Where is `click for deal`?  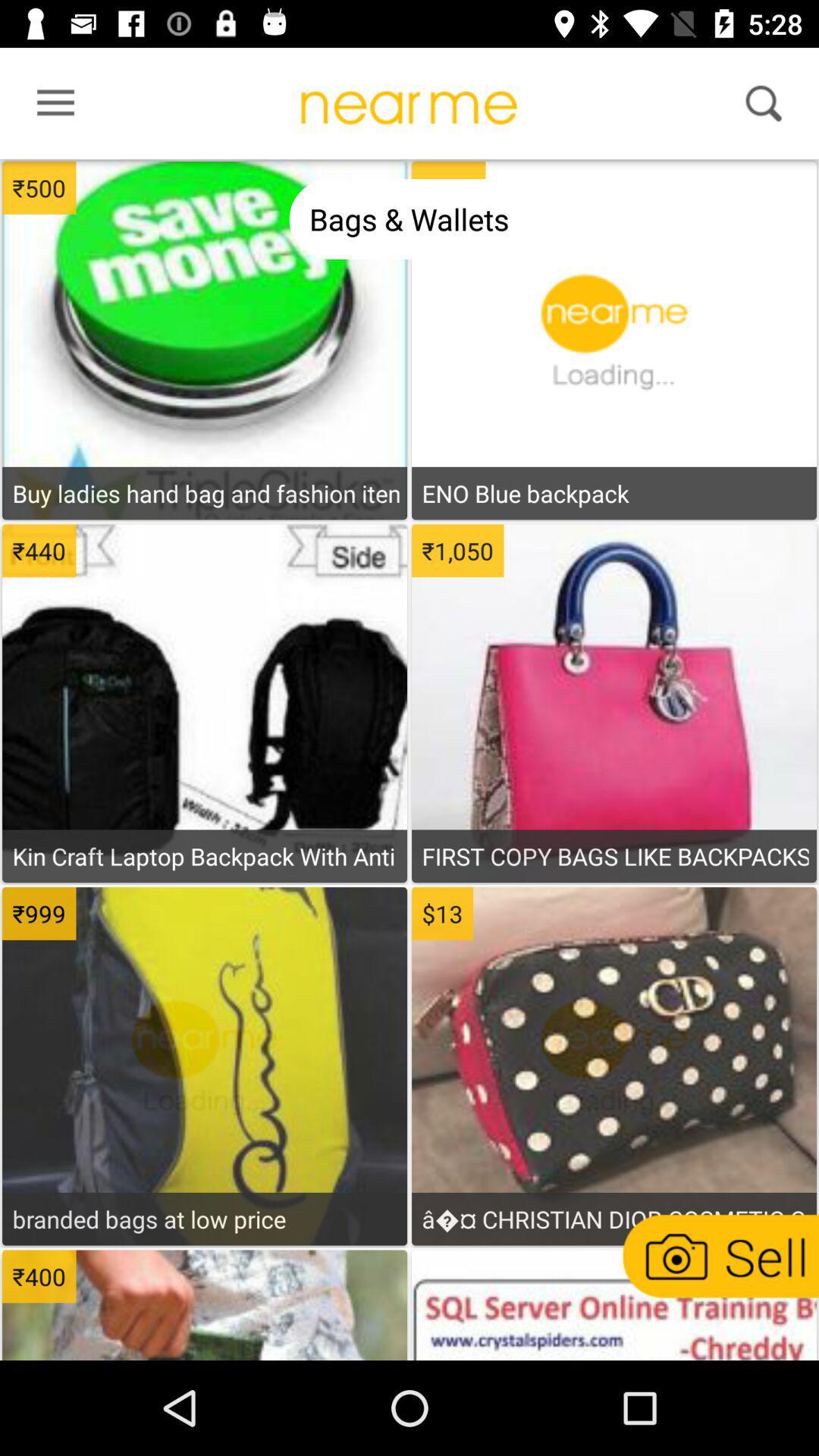
click for deal is located at coordinates (205, 274).